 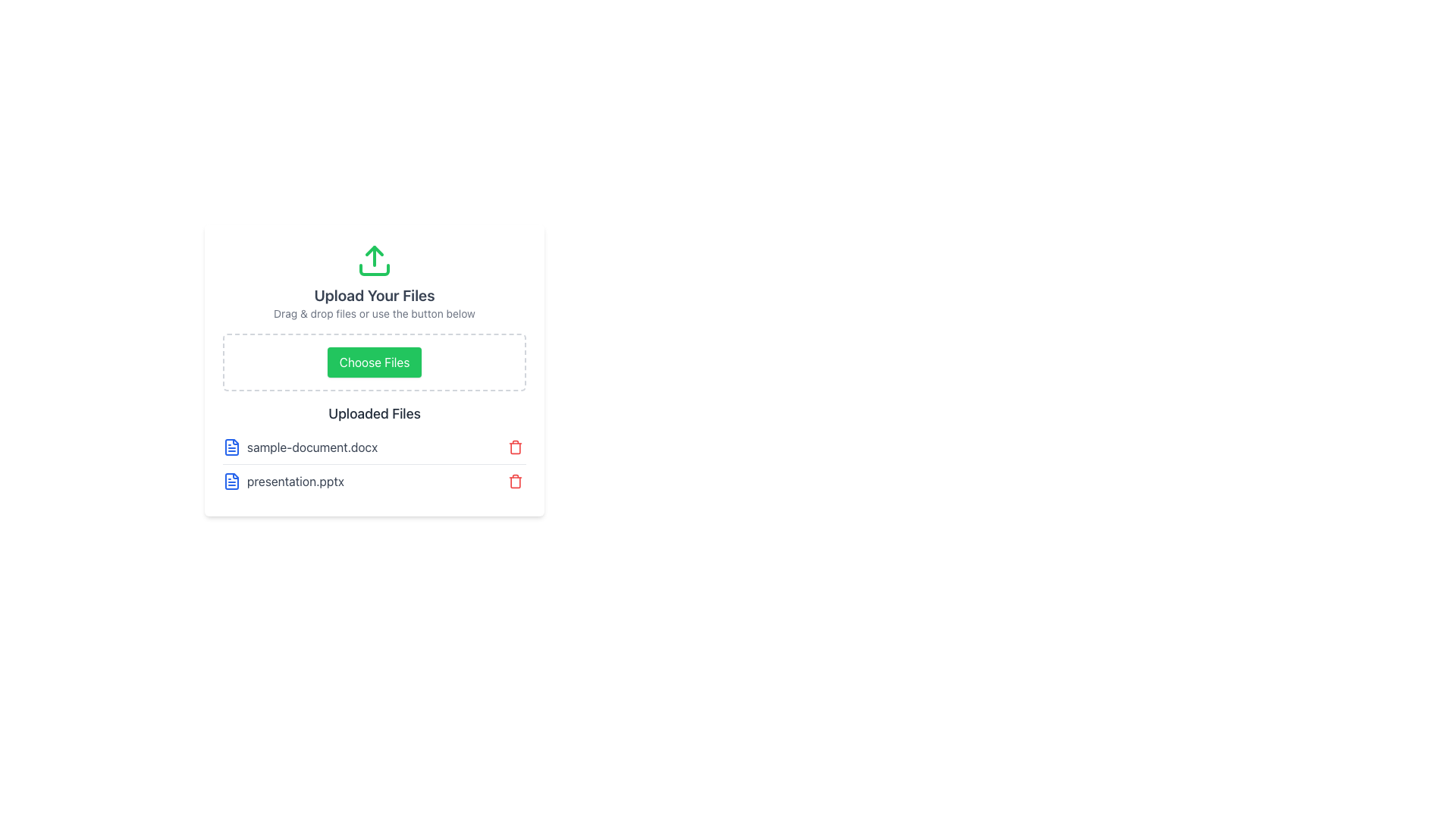 I want to click on to select the file list item displaying the file name 'presentation.pptx', which is the second file in the uploaded files section, so click(x=284, y=482).